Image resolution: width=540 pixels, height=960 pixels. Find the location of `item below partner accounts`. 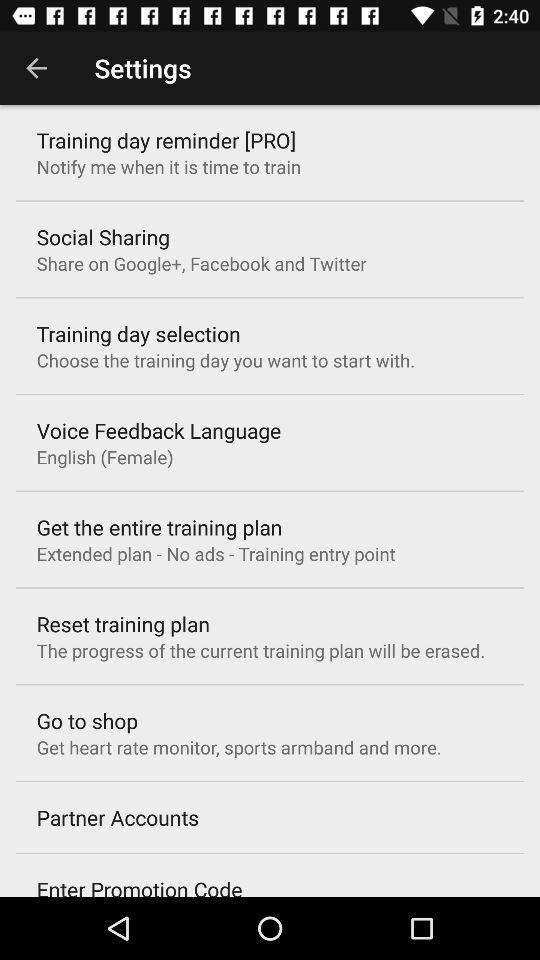

item below partner accounts is located at coordinates (138, 885).